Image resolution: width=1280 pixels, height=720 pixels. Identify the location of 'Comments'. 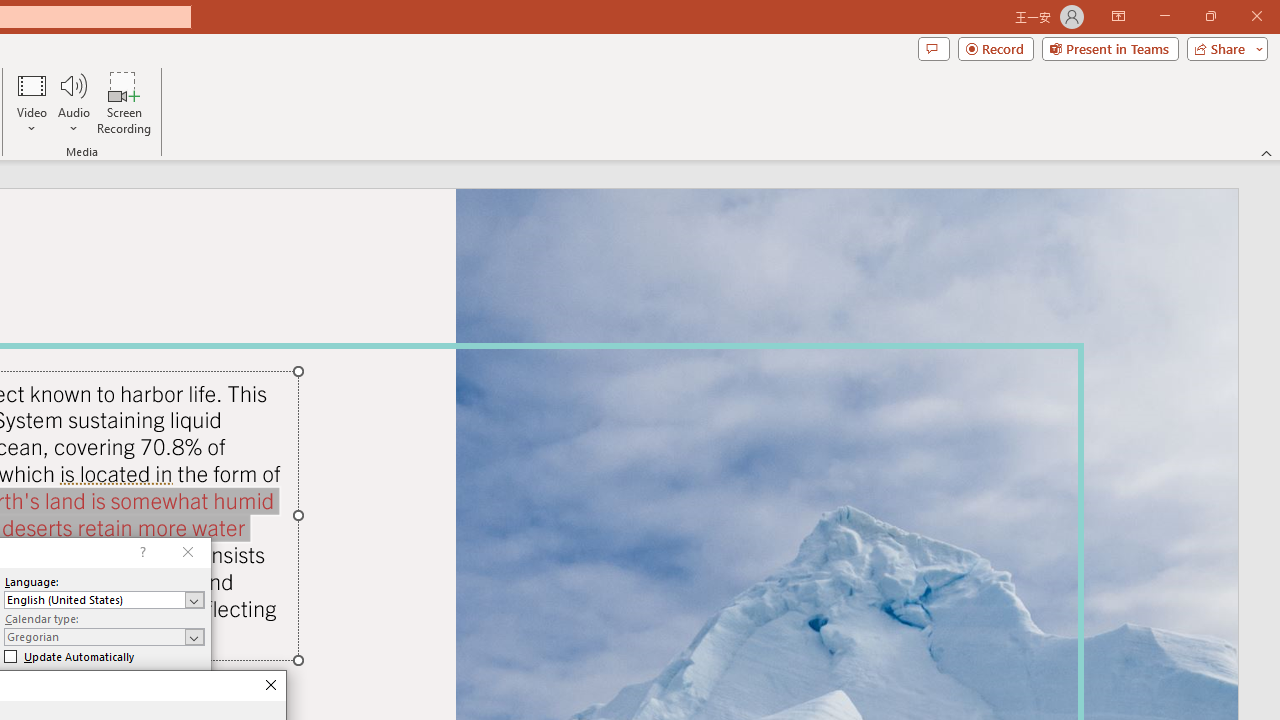
(932, 47).